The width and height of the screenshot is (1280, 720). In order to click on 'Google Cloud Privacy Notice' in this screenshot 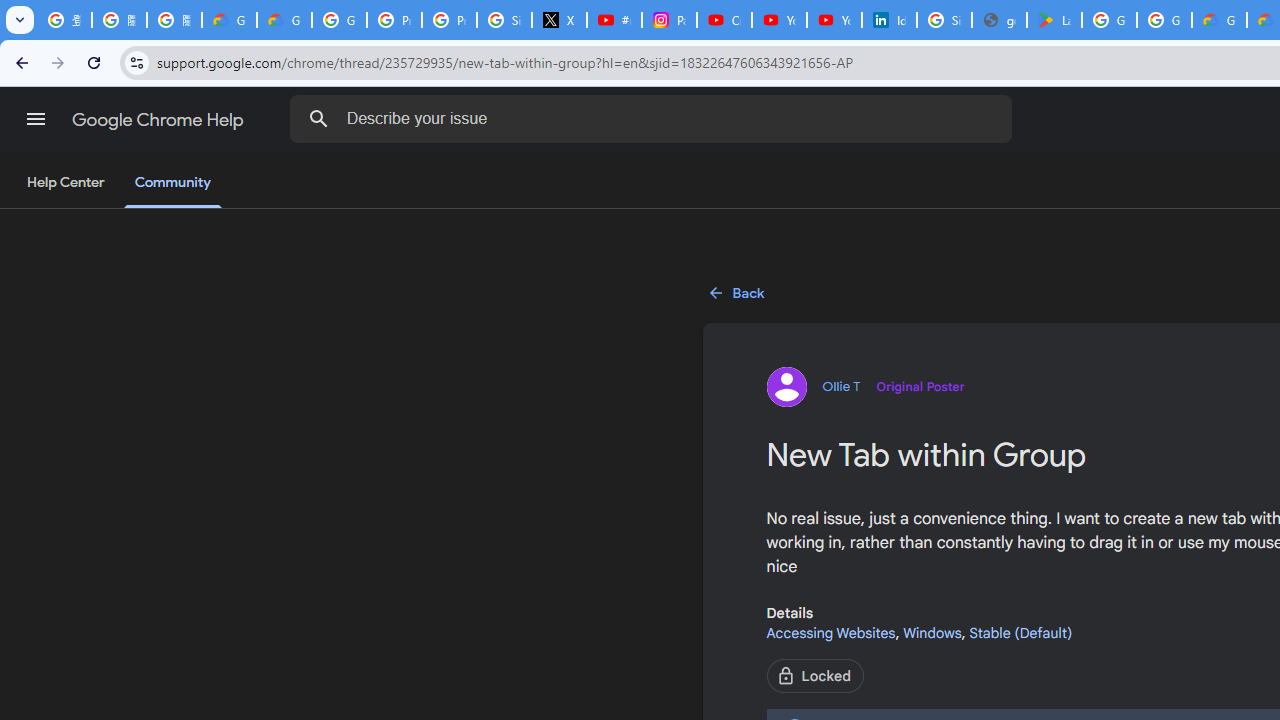, I will do `click(283, 20)`.